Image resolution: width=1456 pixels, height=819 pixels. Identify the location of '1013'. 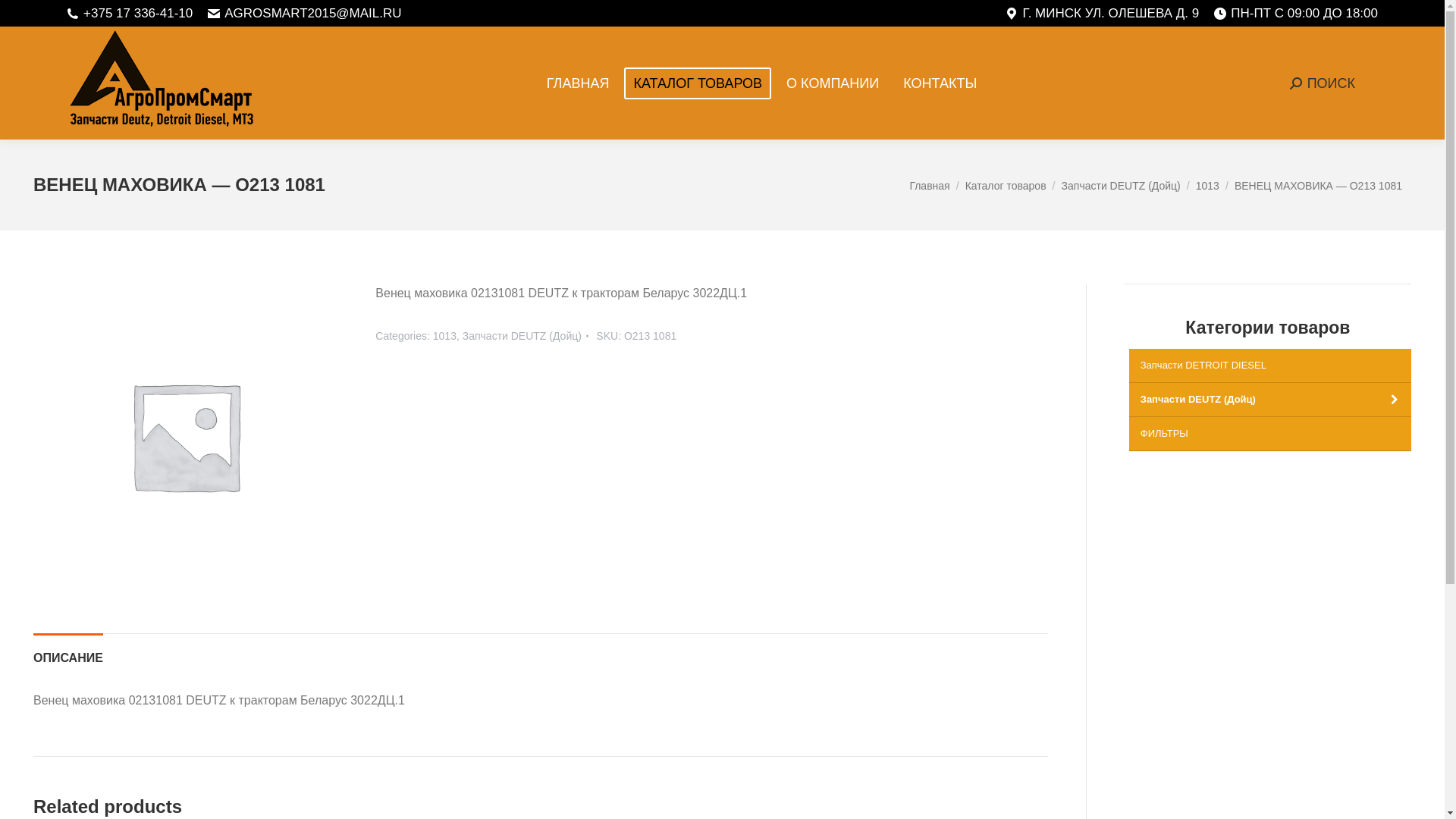
(1207, 184).